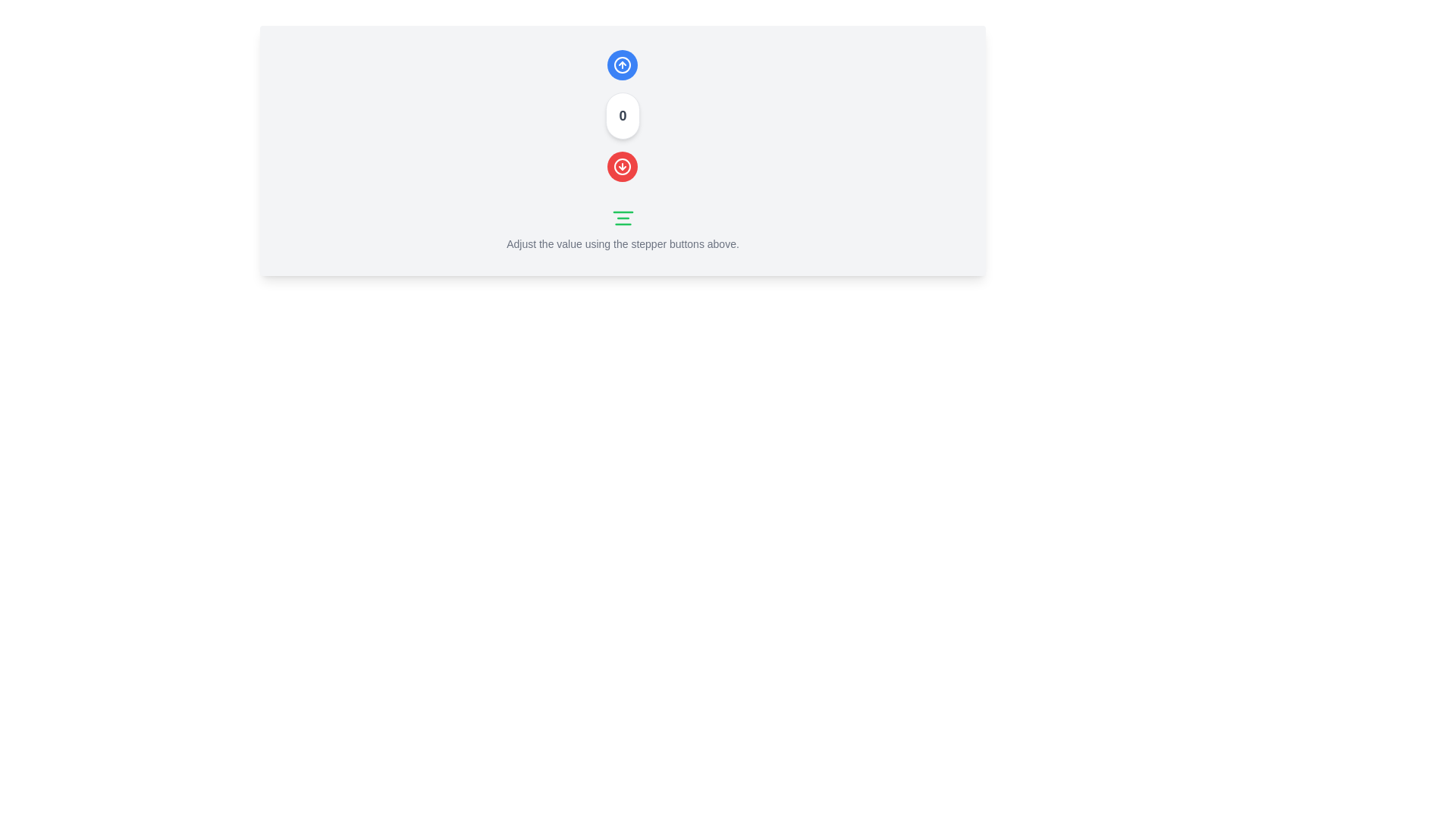  I want to click on the increment button located at the top of a vertical stack, which is the first button above a white circular element labeled '0' and a red circular button with a downward arrow, to increment a displayed value, so click(623, 64).